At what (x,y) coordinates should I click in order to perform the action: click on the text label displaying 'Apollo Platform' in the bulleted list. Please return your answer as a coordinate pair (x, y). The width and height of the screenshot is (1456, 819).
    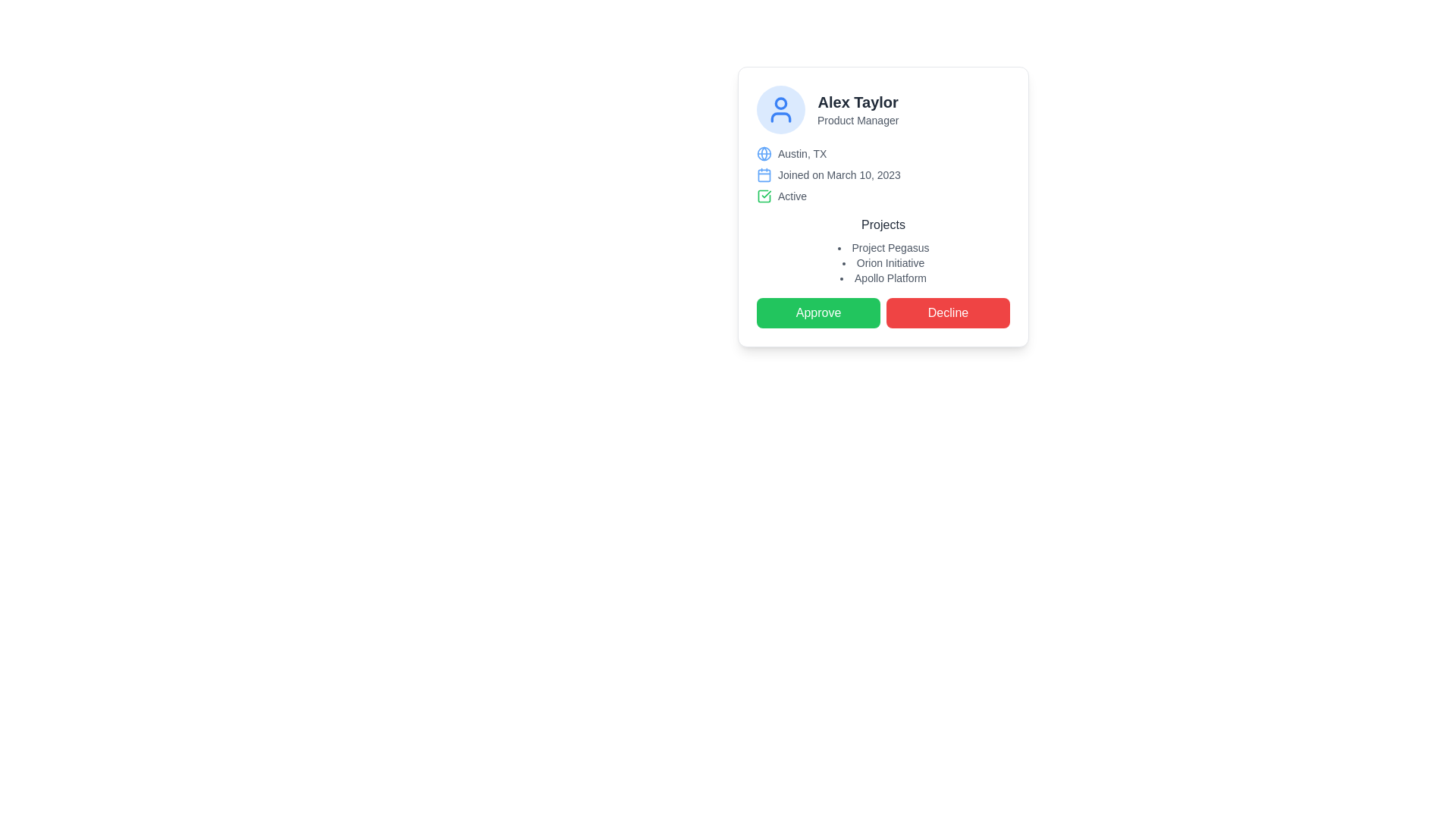
    Looking at the image, I should click on (883, 278).